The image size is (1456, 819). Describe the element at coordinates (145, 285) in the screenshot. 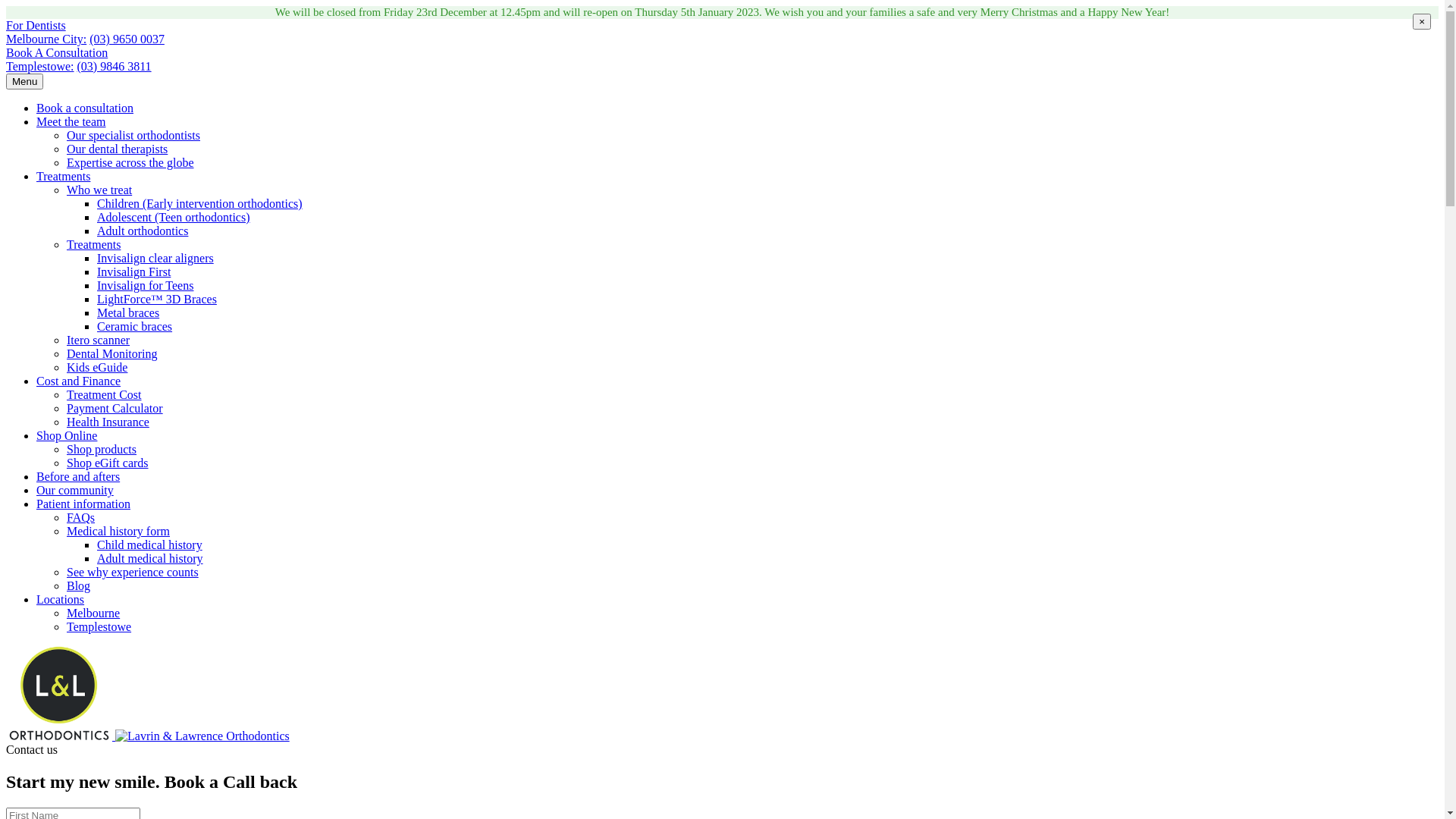

I see `'Invisalign for Teens'` at that location.